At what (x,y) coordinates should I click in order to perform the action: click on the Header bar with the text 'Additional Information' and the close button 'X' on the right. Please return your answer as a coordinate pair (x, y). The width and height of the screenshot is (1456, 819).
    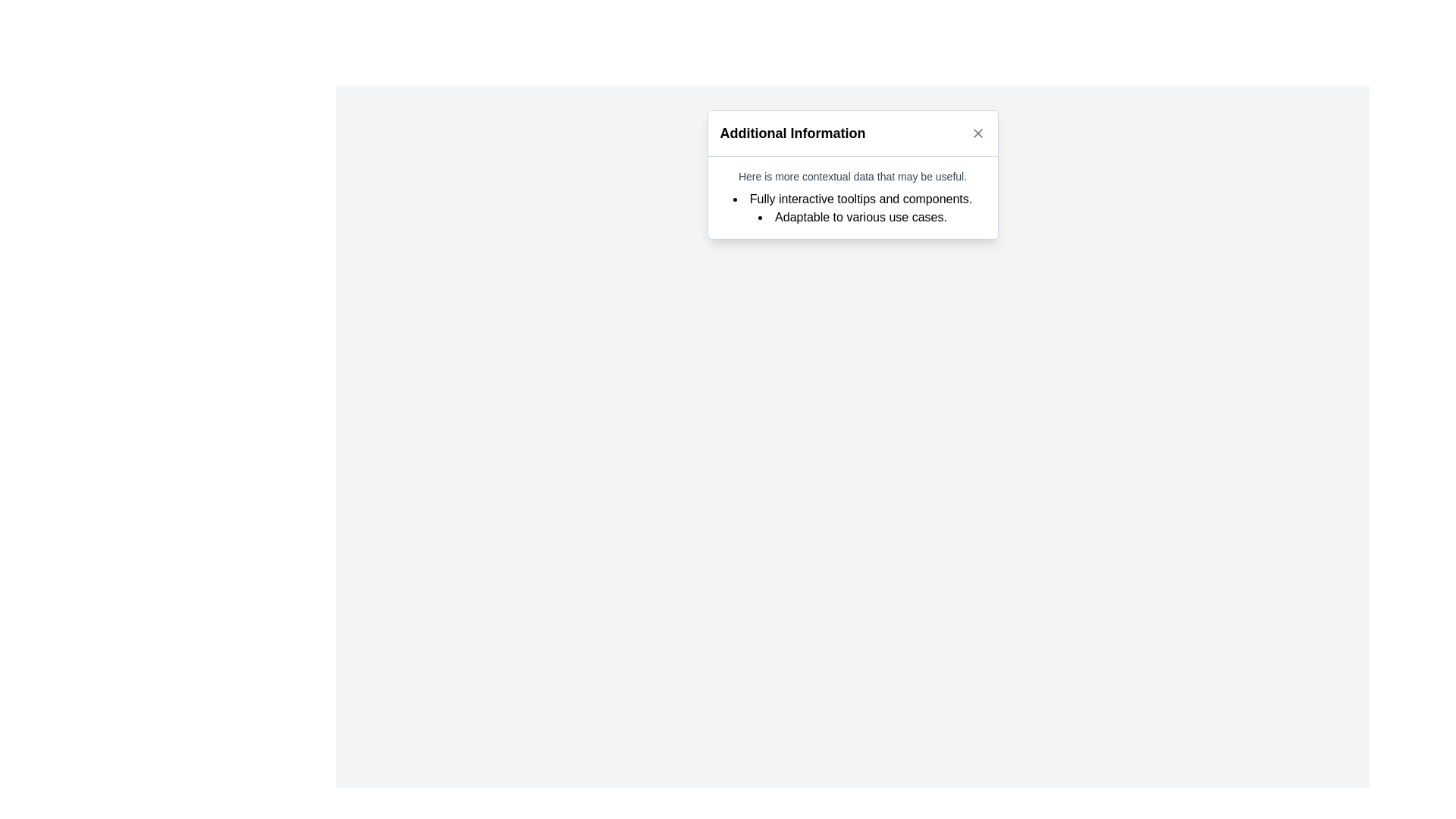
    Looking at the image, I should click on (852, 133).